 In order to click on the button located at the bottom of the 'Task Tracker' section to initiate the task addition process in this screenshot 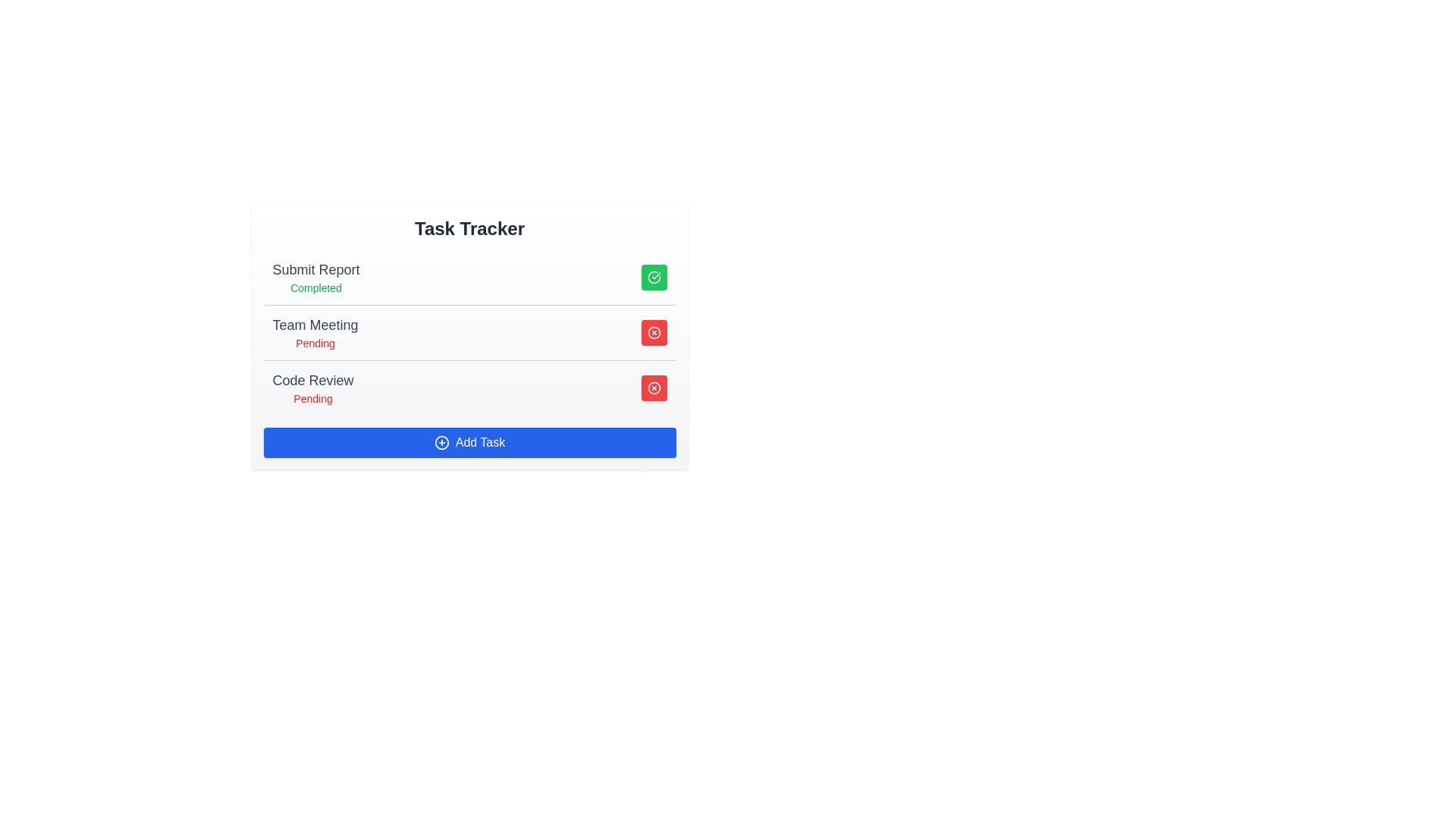, I will do `click(469, 442)`.